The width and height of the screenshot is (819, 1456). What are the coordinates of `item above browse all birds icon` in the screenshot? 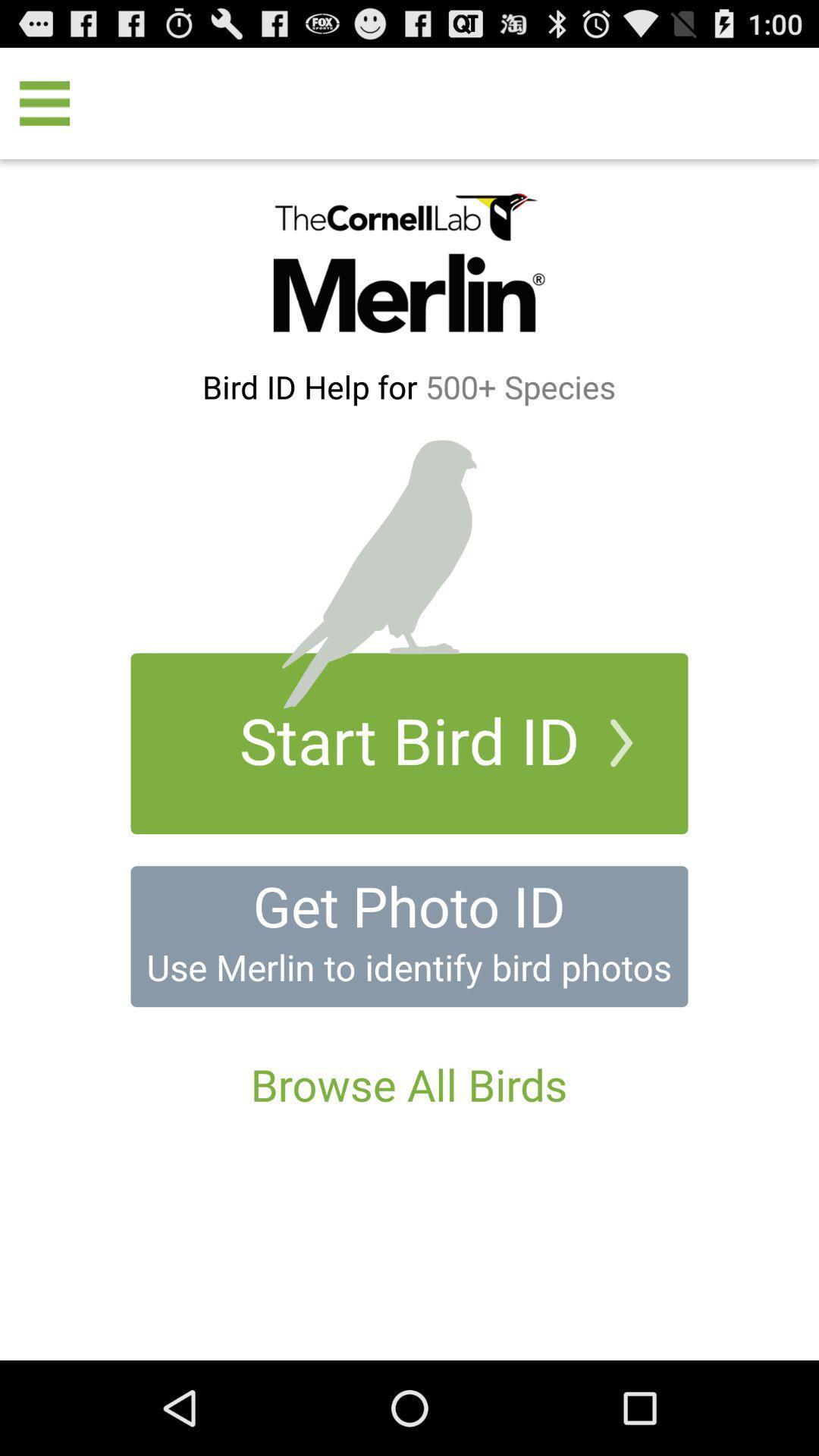 It's located at (409, 936).